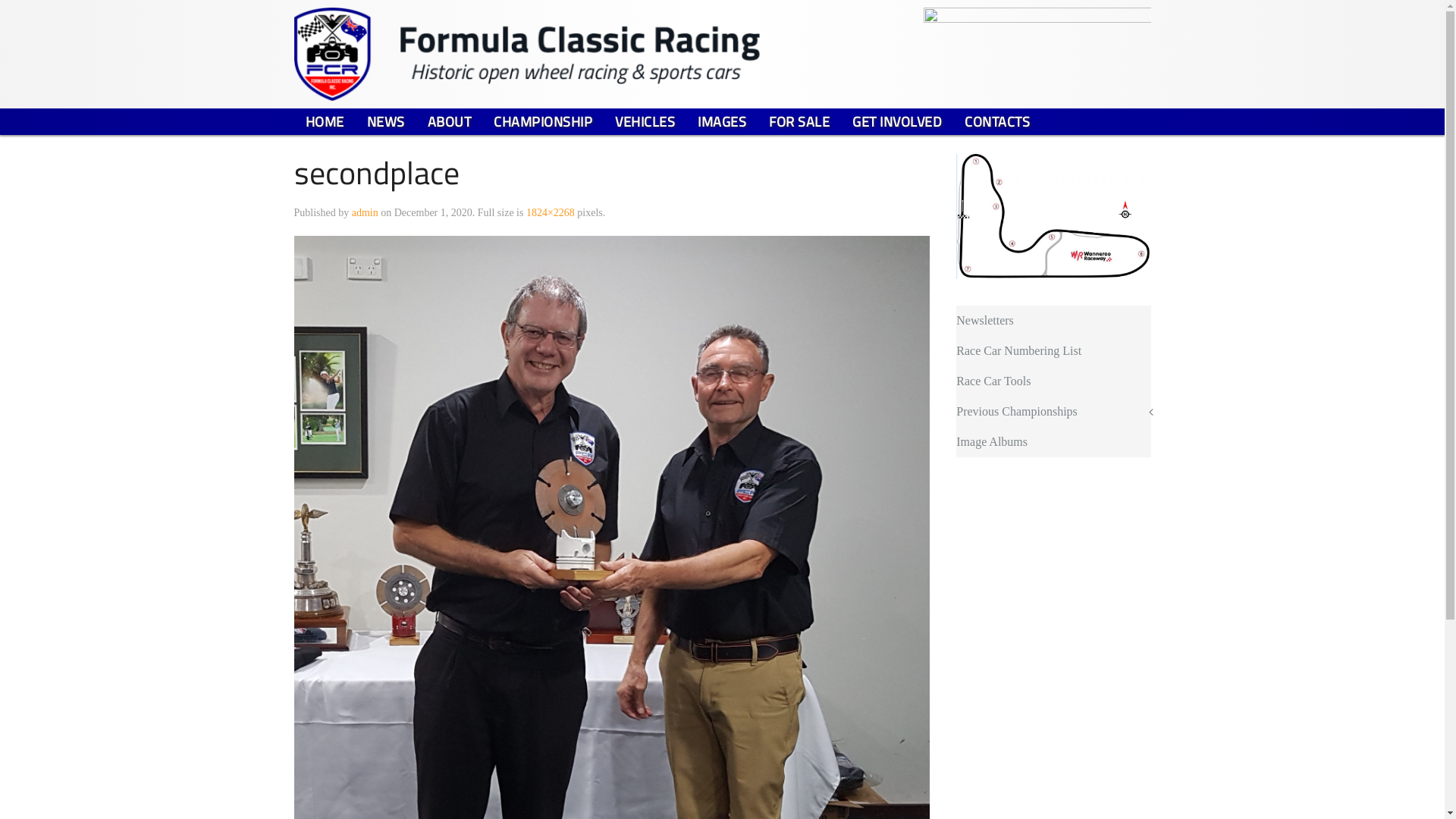  I want to click on 'CONTACTS', so click(952, 121).